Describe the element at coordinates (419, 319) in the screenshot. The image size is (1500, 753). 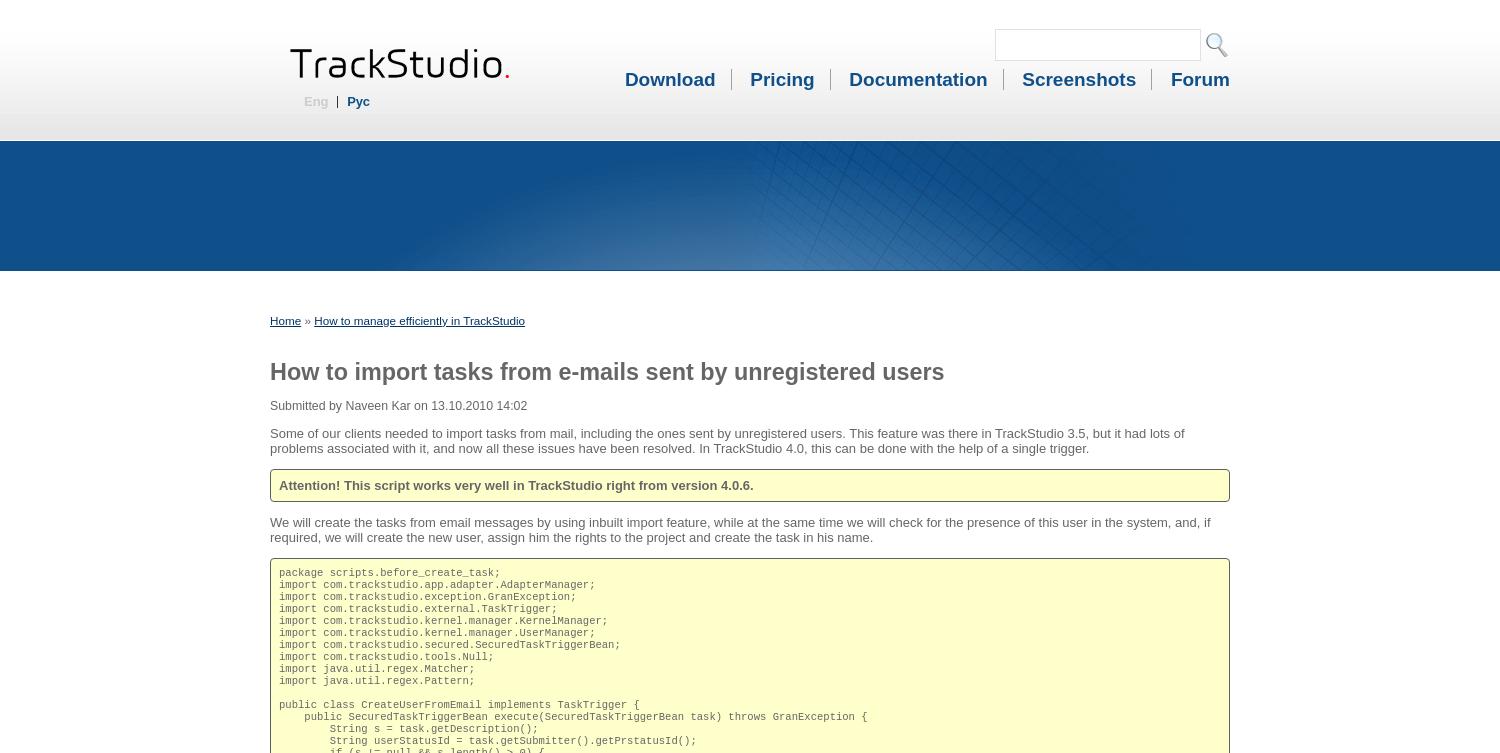
I see `'How to manage efficiently in TrackStudio'` at that location.